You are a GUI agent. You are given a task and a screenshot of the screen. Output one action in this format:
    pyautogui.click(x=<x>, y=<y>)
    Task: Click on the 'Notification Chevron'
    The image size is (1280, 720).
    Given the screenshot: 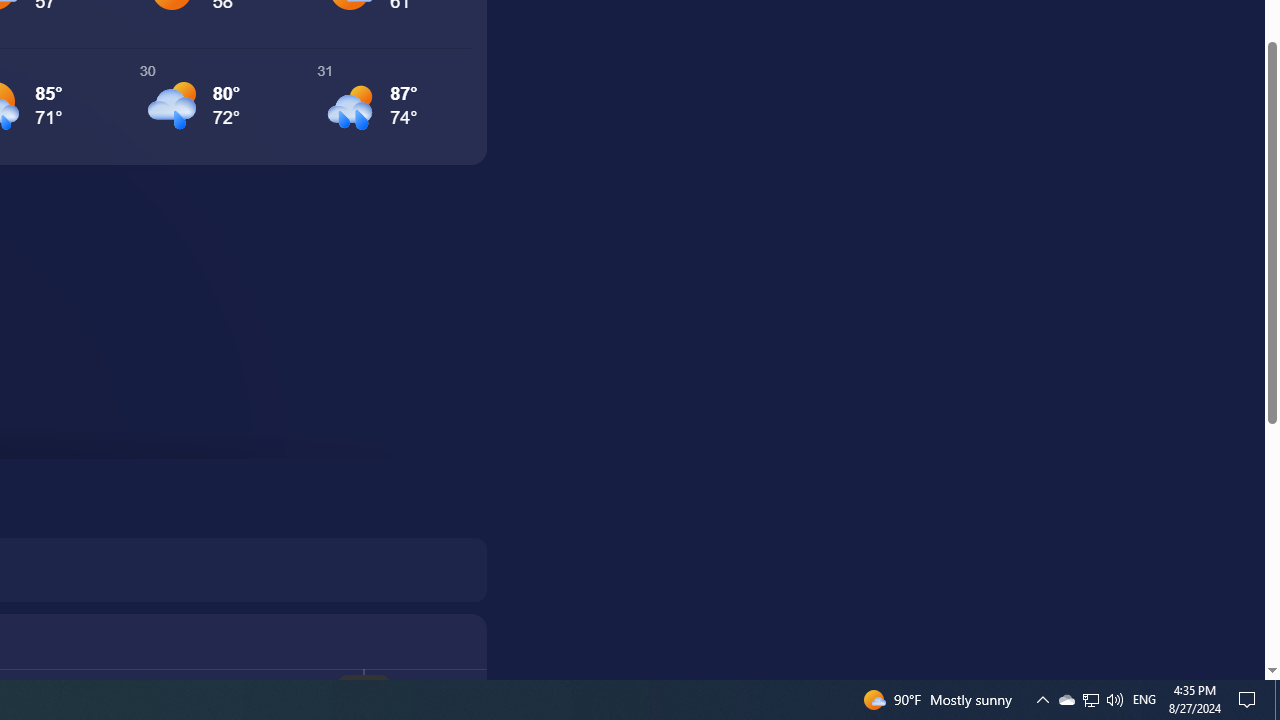 What is the action you would take?
    pyautogui.click(x=1041, y=698)
    